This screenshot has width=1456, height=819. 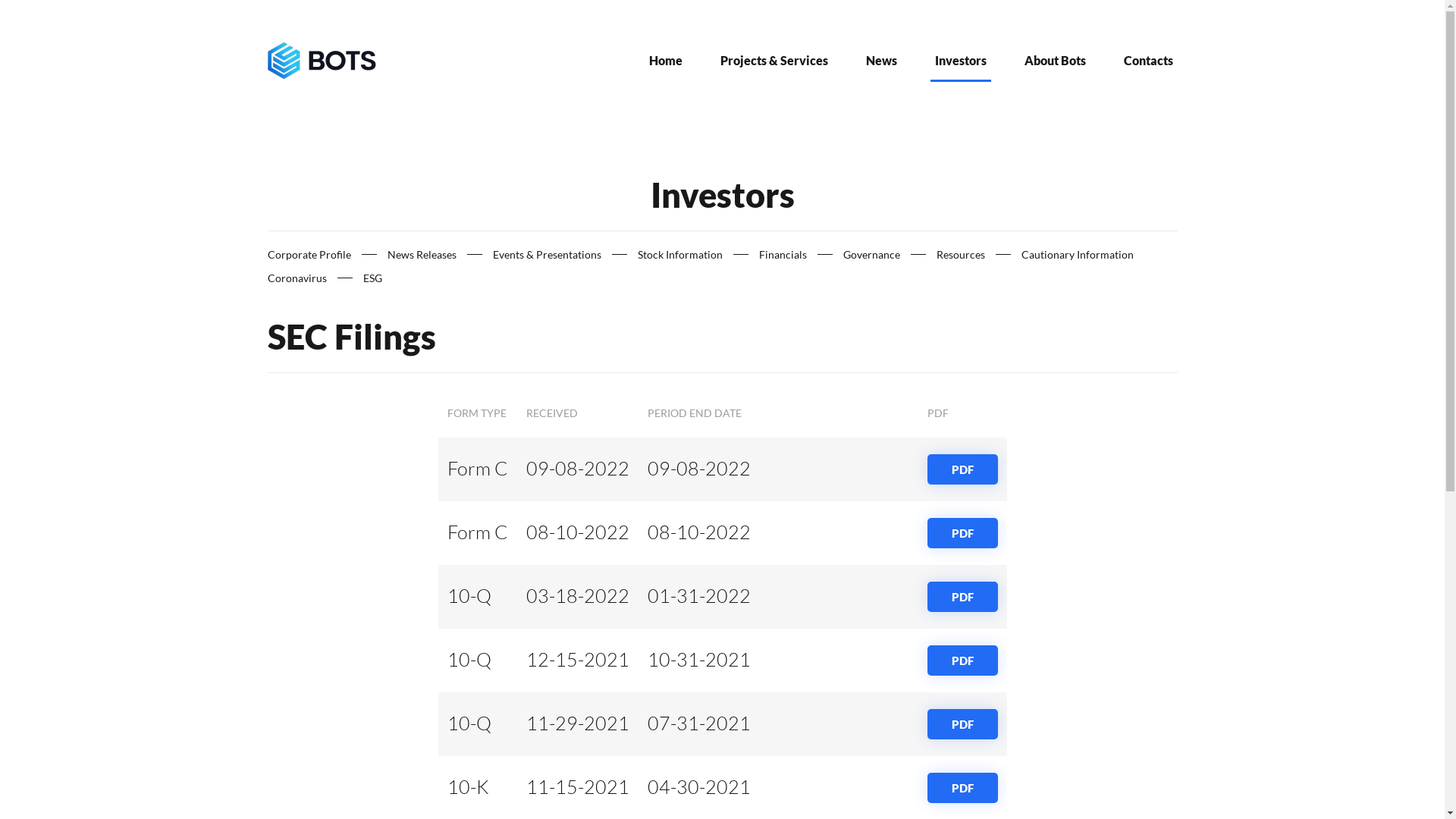 I want to click on 'Home', so click(x=666, y=60).